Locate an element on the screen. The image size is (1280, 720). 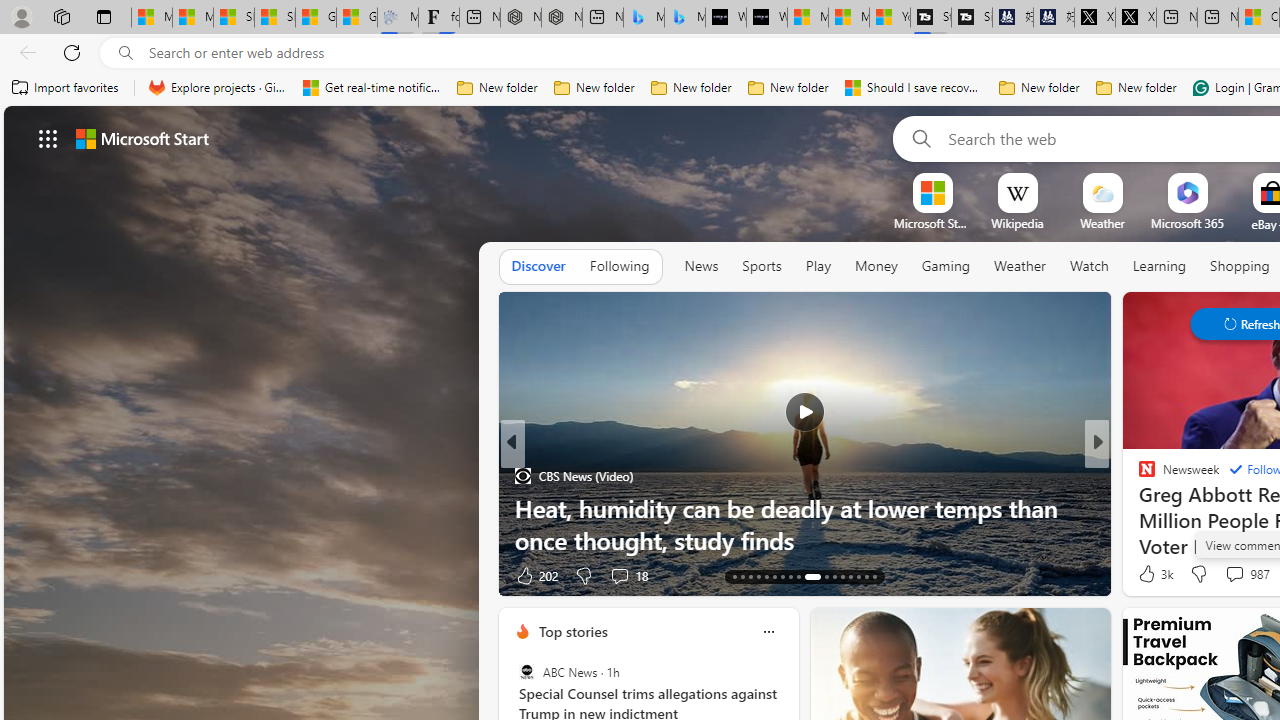
'Microsoft Bing Travel - Stays in Bangkok, Bangkok, Thailand' is located at coordinates (643, 17).